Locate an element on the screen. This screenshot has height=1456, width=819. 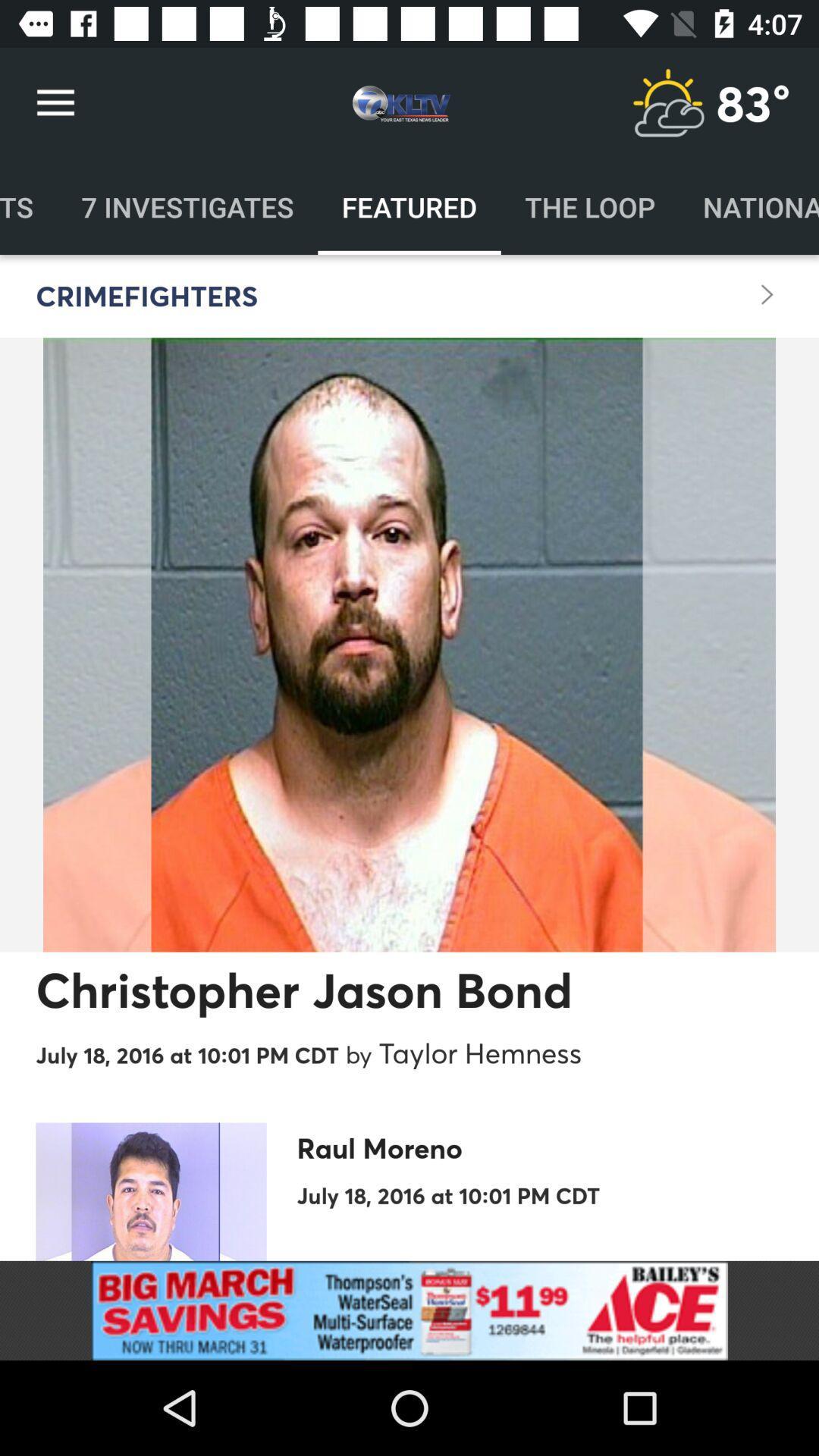
83 degrees is located at coordinates (753, 102).